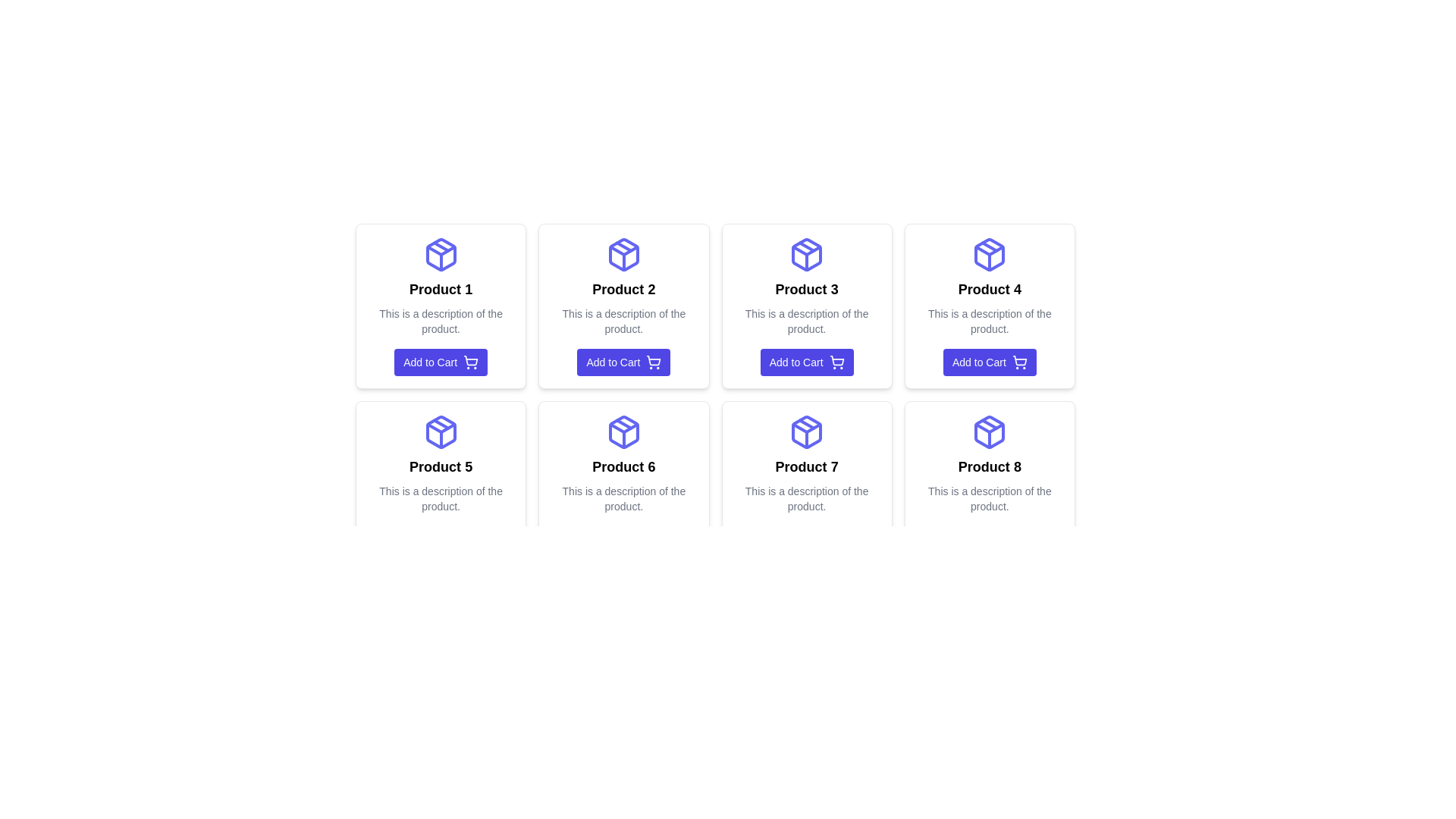  I want to click on the package icon styled in a purple-blue hue, located at the top of the first product card labeled 'Product 1', so click(440, 253).